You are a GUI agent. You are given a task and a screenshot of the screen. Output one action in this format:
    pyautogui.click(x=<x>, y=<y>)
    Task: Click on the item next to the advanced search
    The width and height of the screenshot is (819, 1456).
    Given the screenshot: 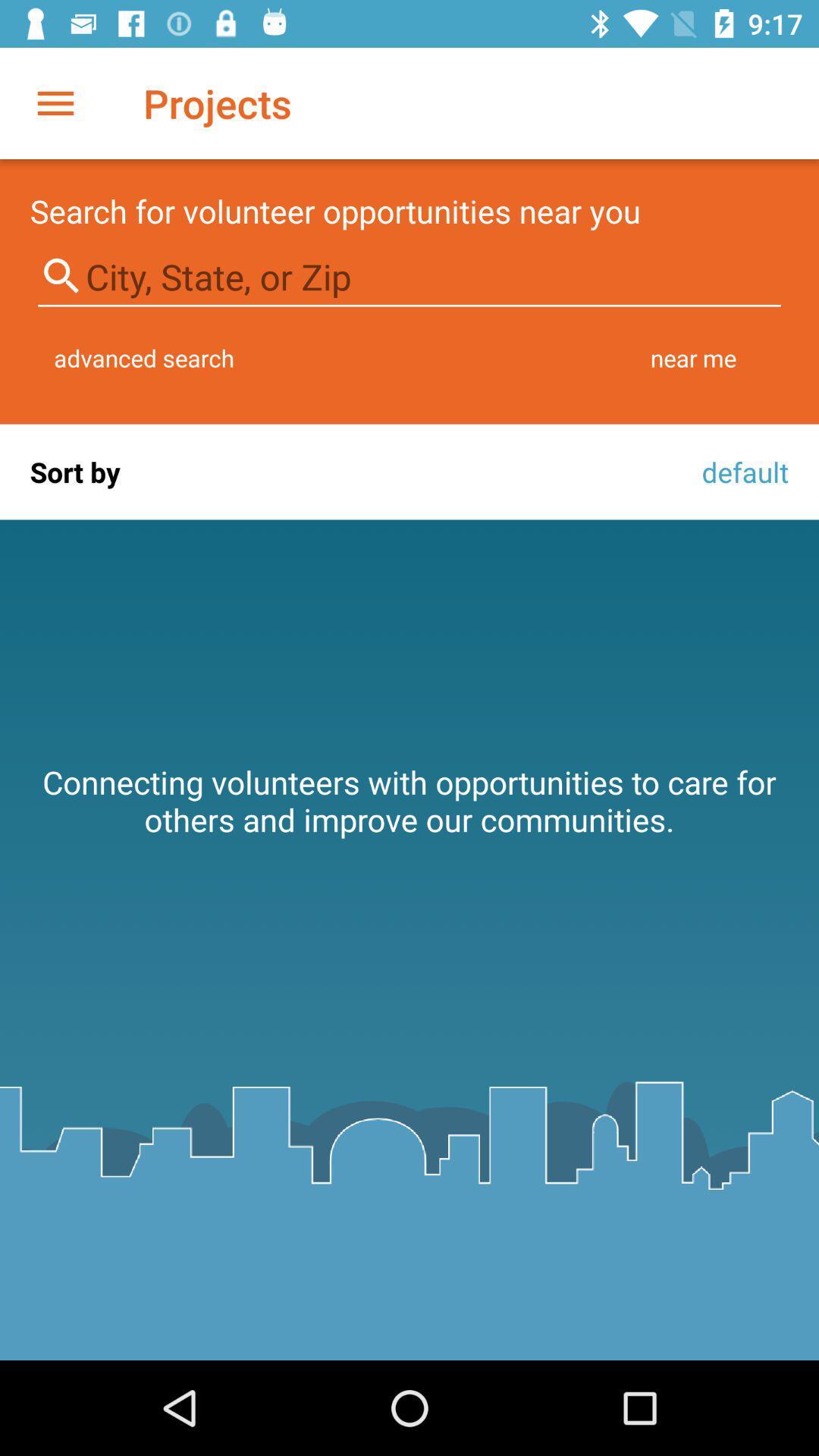 What is the action you would take?
    pyautogui.click(x=693, y=357)
    